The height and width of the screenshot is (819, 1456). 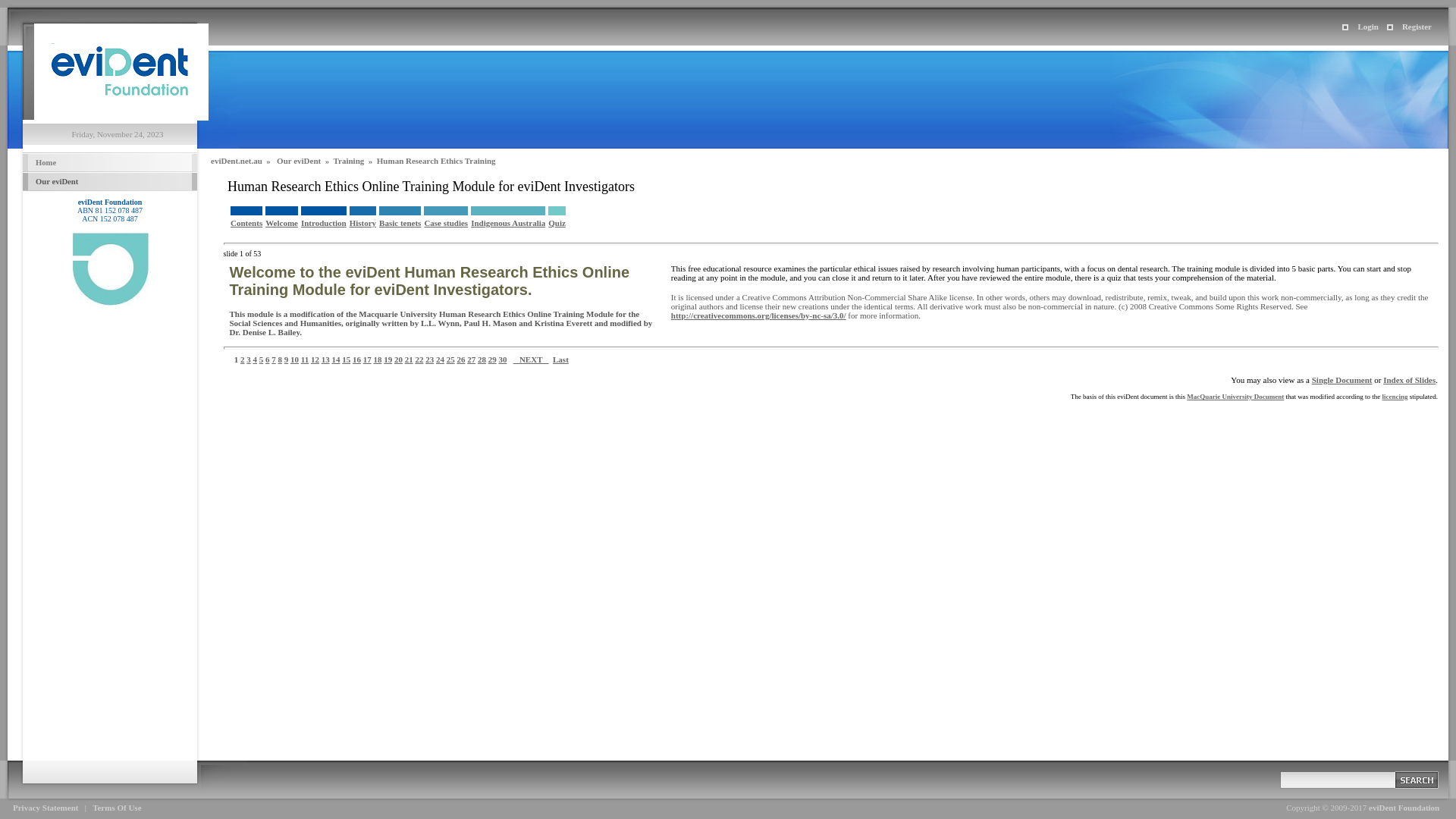 What do you see at coordinates (398, 359) in the screenshot?
I see `'20'` at bounding box center [398, 359].